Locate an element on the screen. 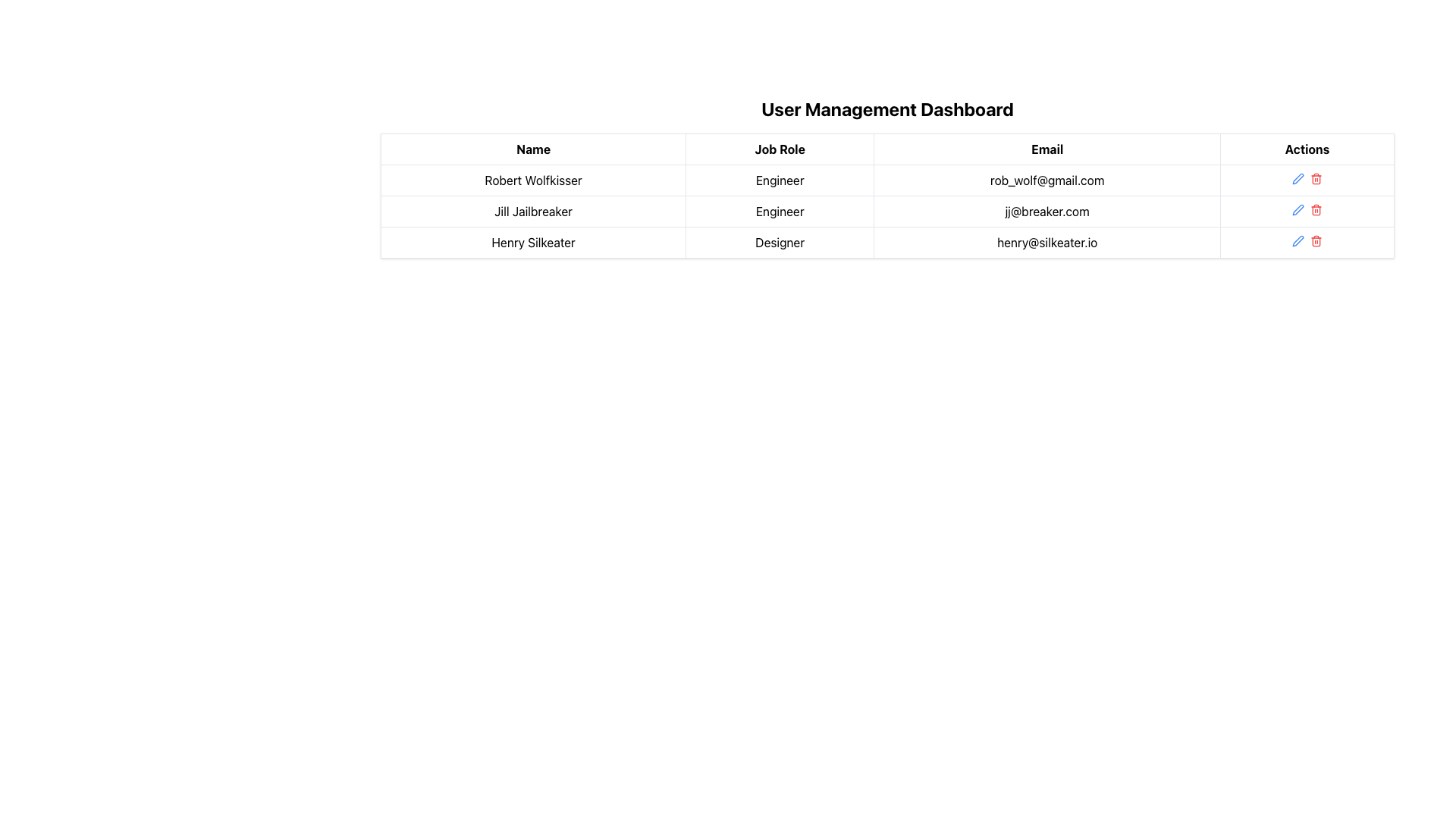 This screenshot has height=819, width=1456. to select the third row in the user management table displaying 'Henry Silkeater', 'Designer', and 'henry@silkeater.io' is located at coordinates (887, 242).